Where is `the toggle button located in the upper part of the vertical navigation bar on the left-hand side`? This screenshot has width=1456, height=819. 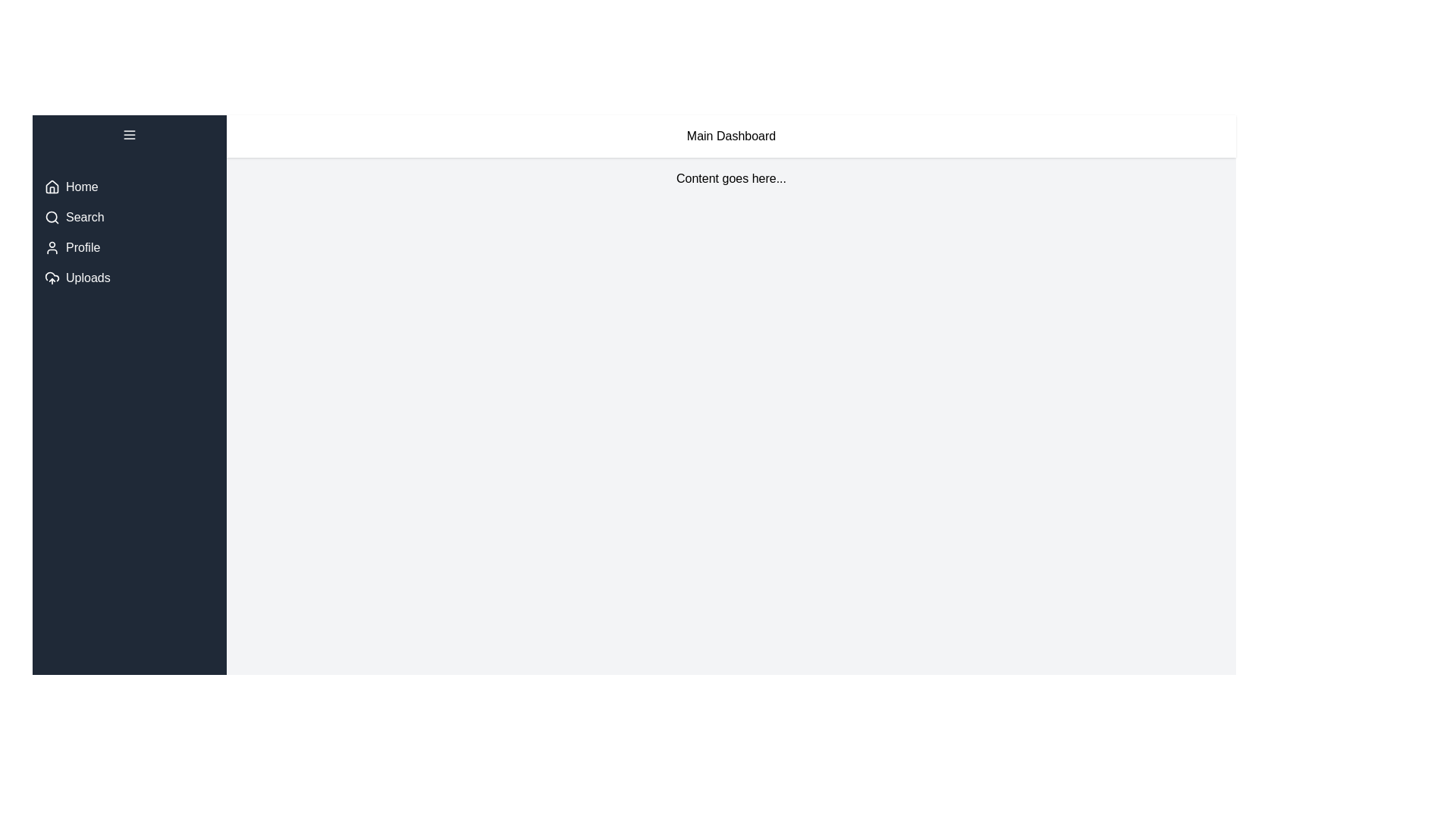 the toggle button located in the upper part of the vertical navigation bar on the left-hand side is located at coordinates (130, 133).